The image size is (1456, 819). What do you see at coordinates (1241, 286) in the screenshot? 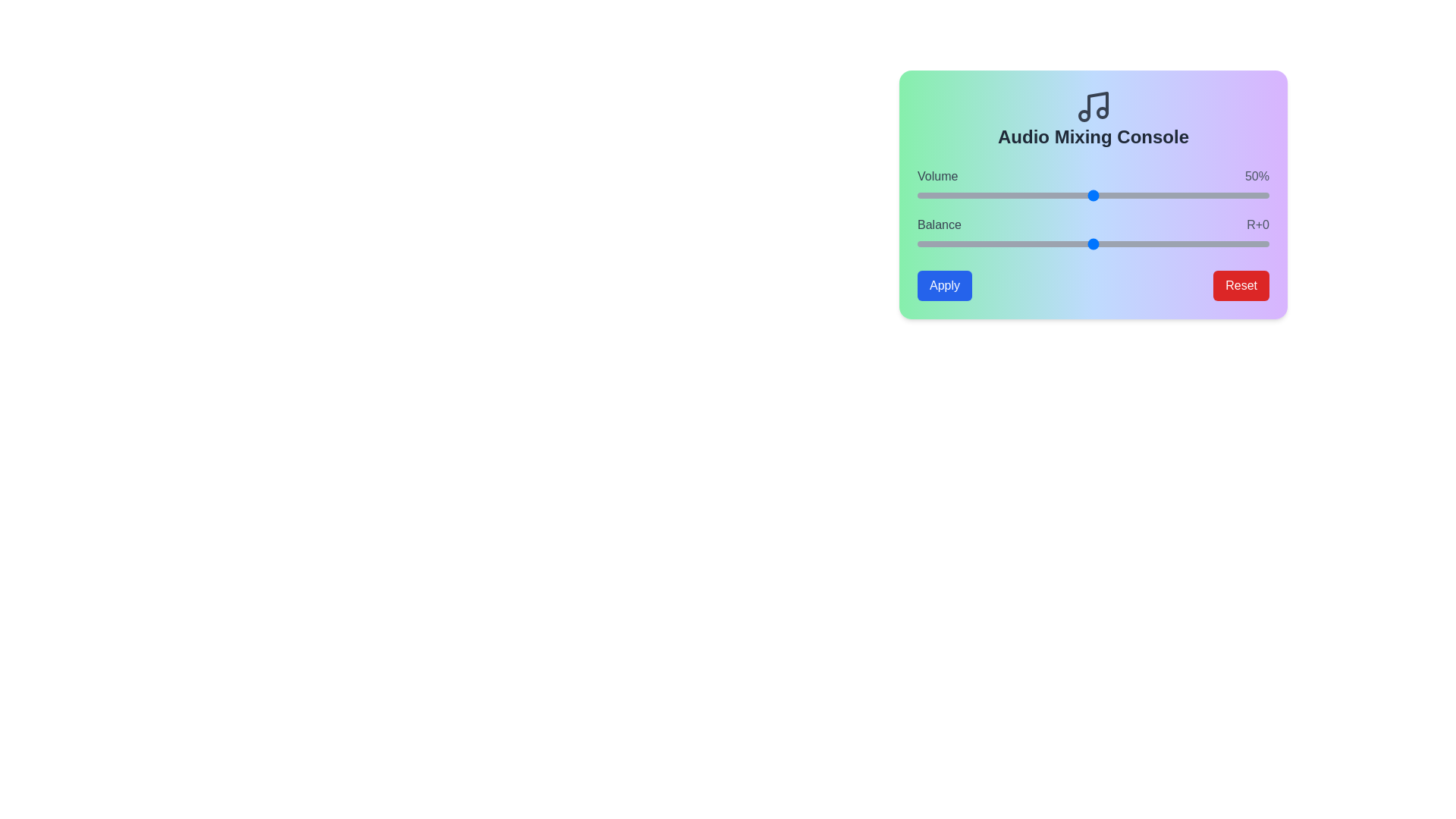
I see `the 'Reset' button for keyboard interaction accessibility. This button is positioned to the far right of the 'Apply' button within a horizontal arrangement at the bottom of a card-like component` at bounding box center [1241, 286].